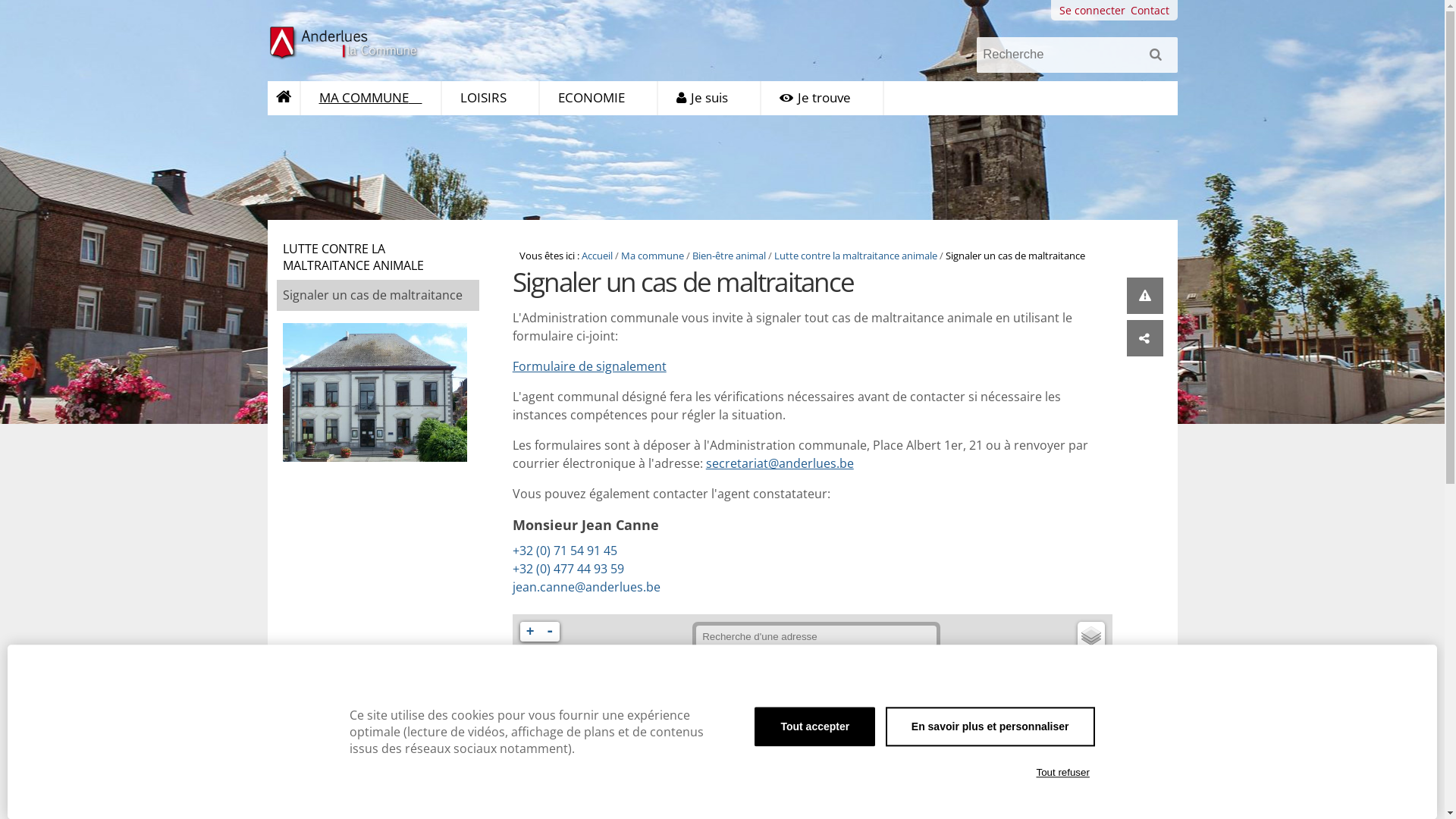 Image resolution: width=1456 pixels, height=819 pixels. What do you see at coordinates (821, 98) in the screenshot?
I see `'Je trouve'` at bounding box center [821, 98].